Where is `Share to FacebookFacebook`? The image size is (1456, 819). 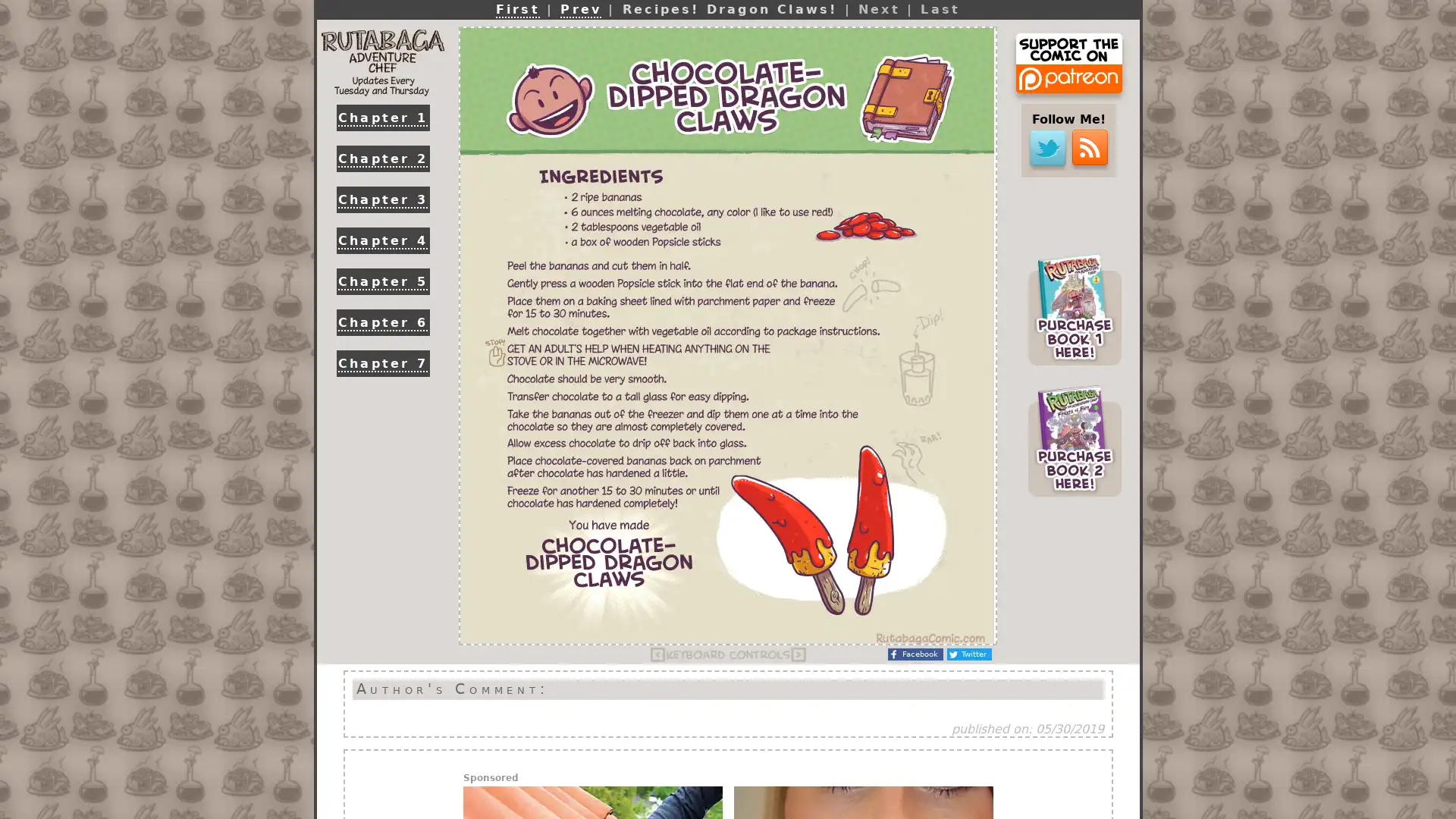
Share to FacebookFacebook is located at coordinates (915, 654).